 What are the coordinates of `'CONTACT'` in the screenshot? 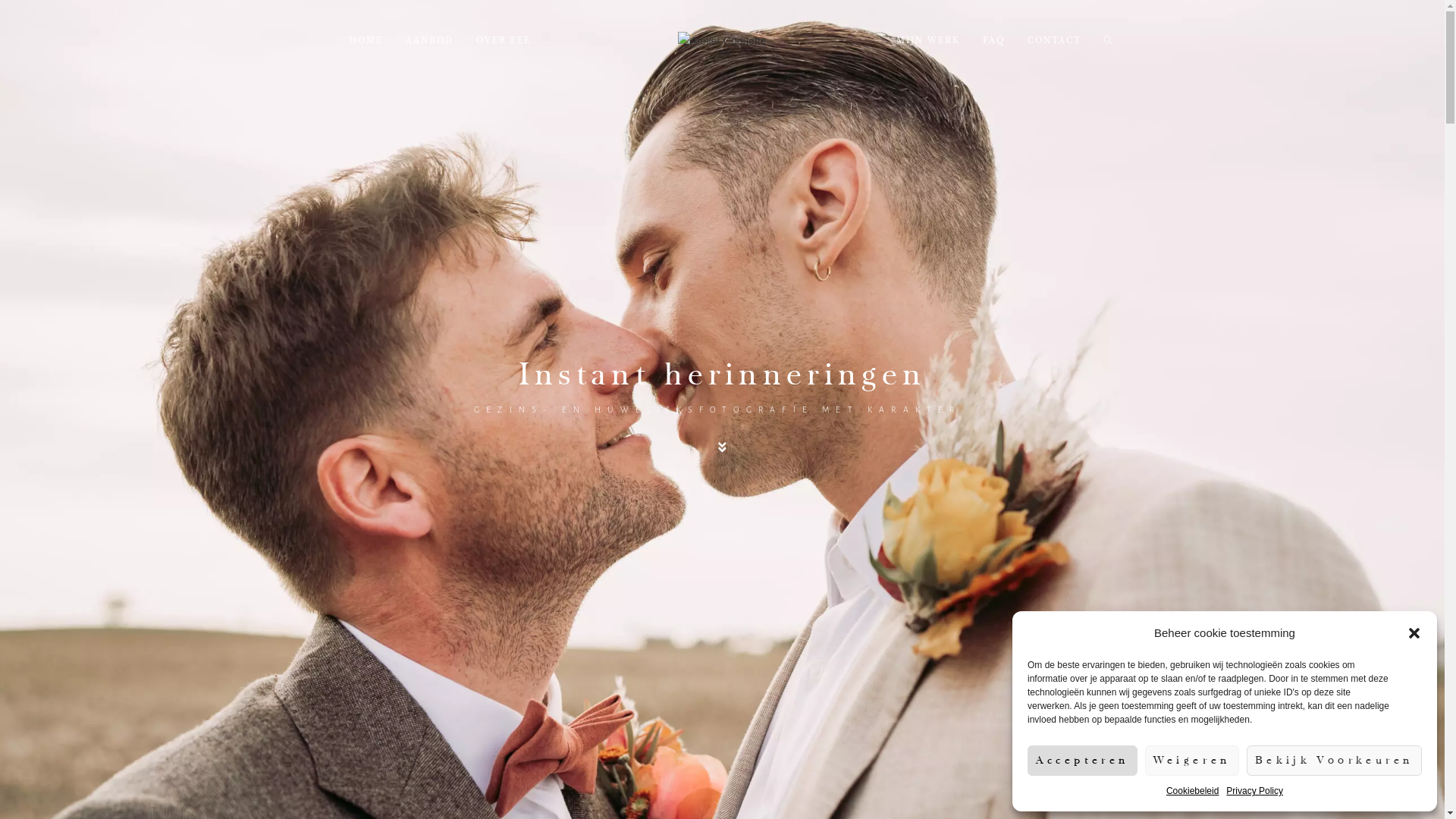 It's located at (1053, 40).